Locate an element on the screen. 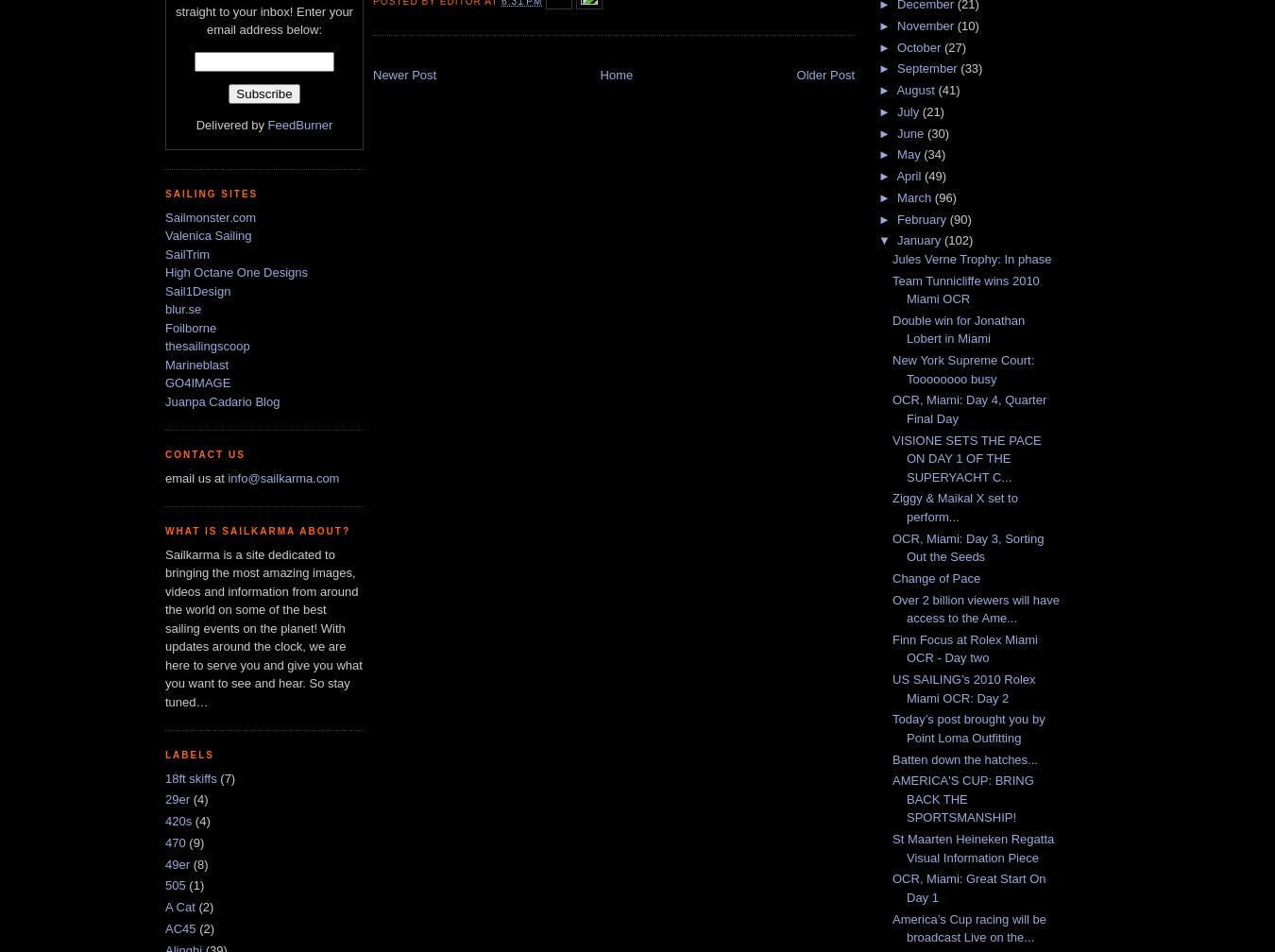 This screenshot has height=952, width=1275. '(102)' is located at coordinates (943, 240).